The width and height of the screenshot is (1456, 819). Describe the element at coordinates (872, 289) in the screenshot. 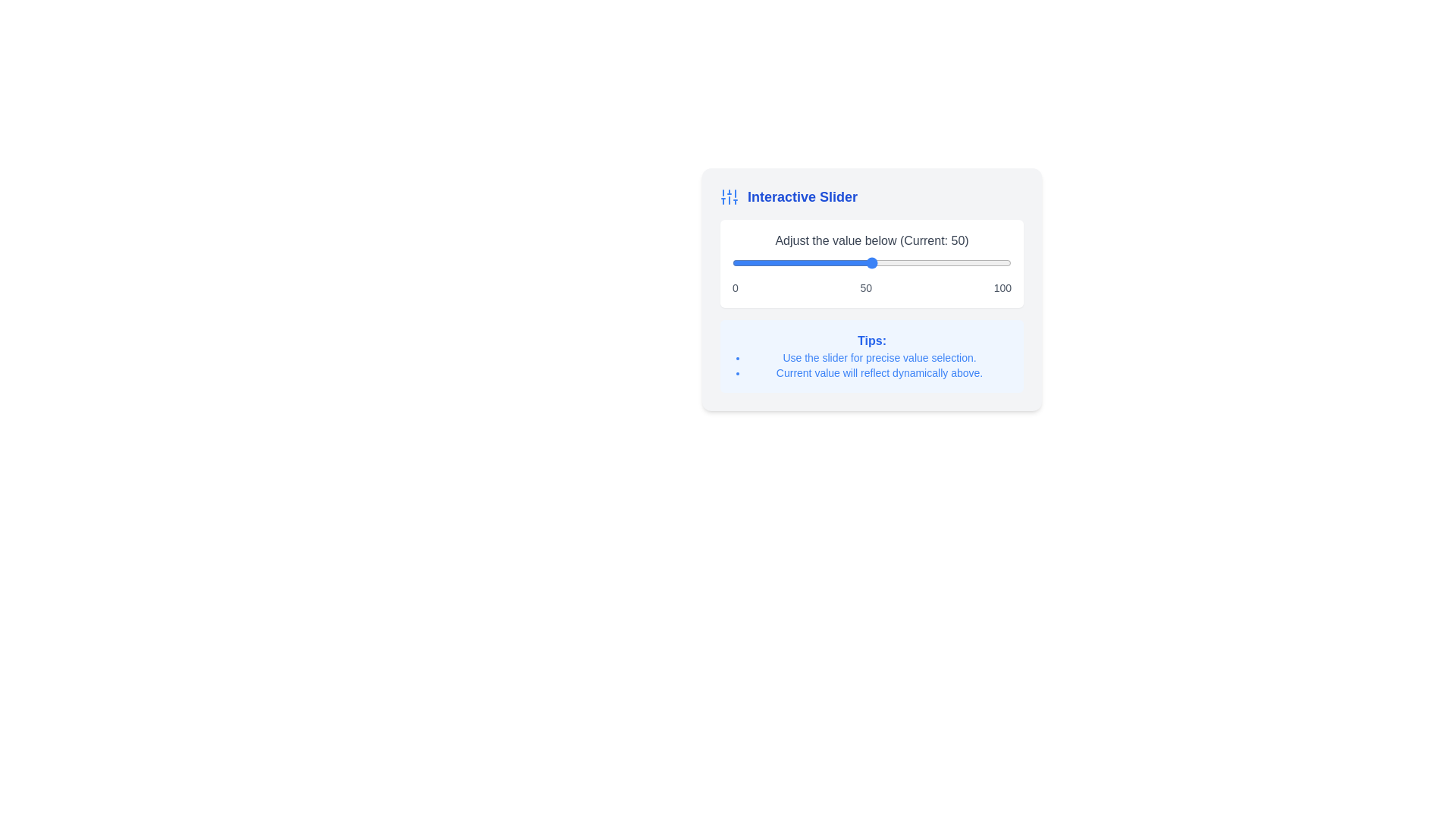

I see `along the slider track of the horizontal slider input labeled 'Adjust the value below (Current: 50)' to jump the handle position` at that location.